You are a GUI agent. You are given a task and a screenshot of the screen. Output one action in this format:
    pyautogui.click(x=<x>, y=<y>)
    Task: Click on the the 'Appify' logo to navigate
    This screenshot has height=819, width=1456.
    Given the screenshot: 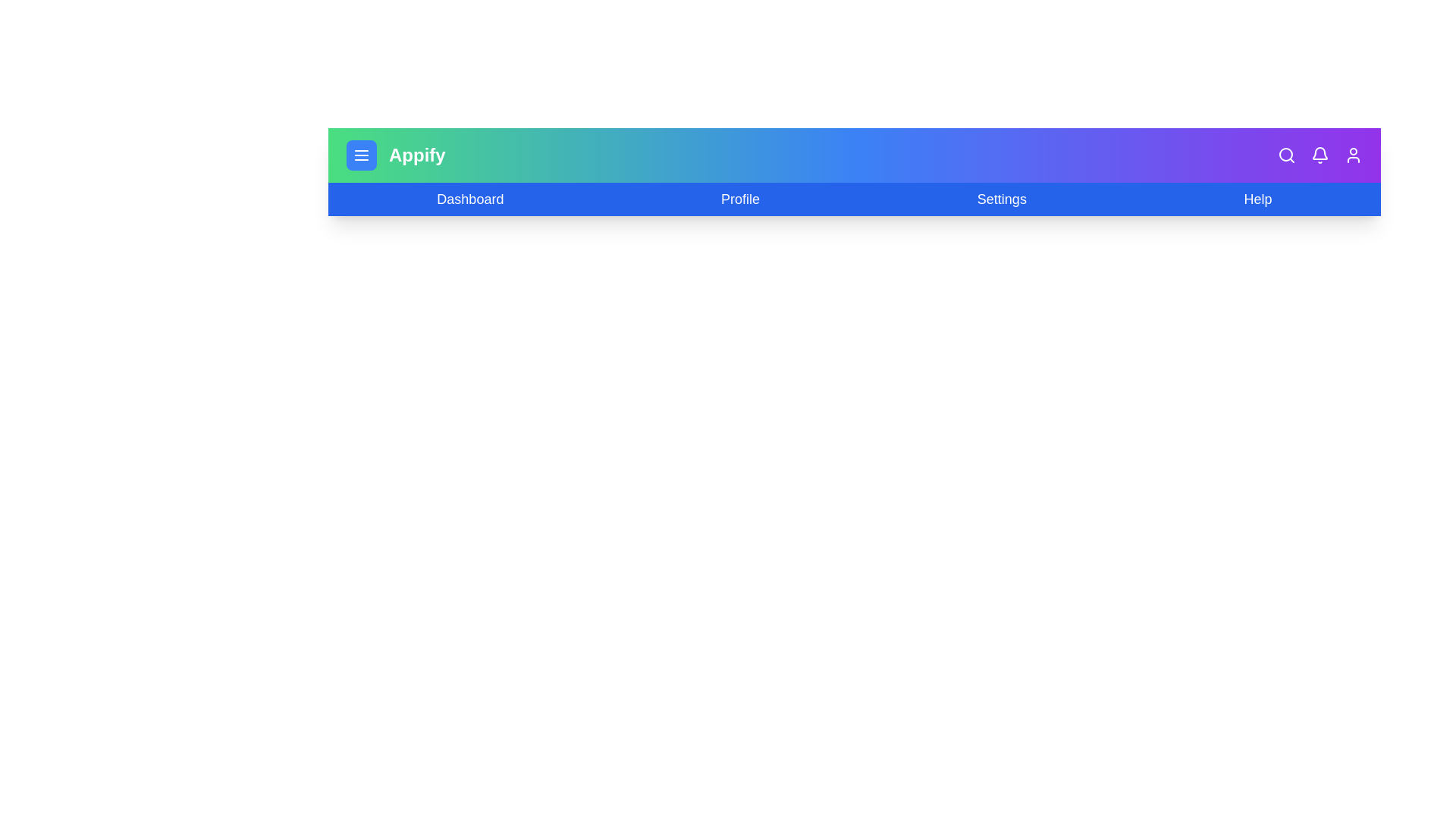 What is the action you would take?
    pyautogui.click(x=417, y=155)
    